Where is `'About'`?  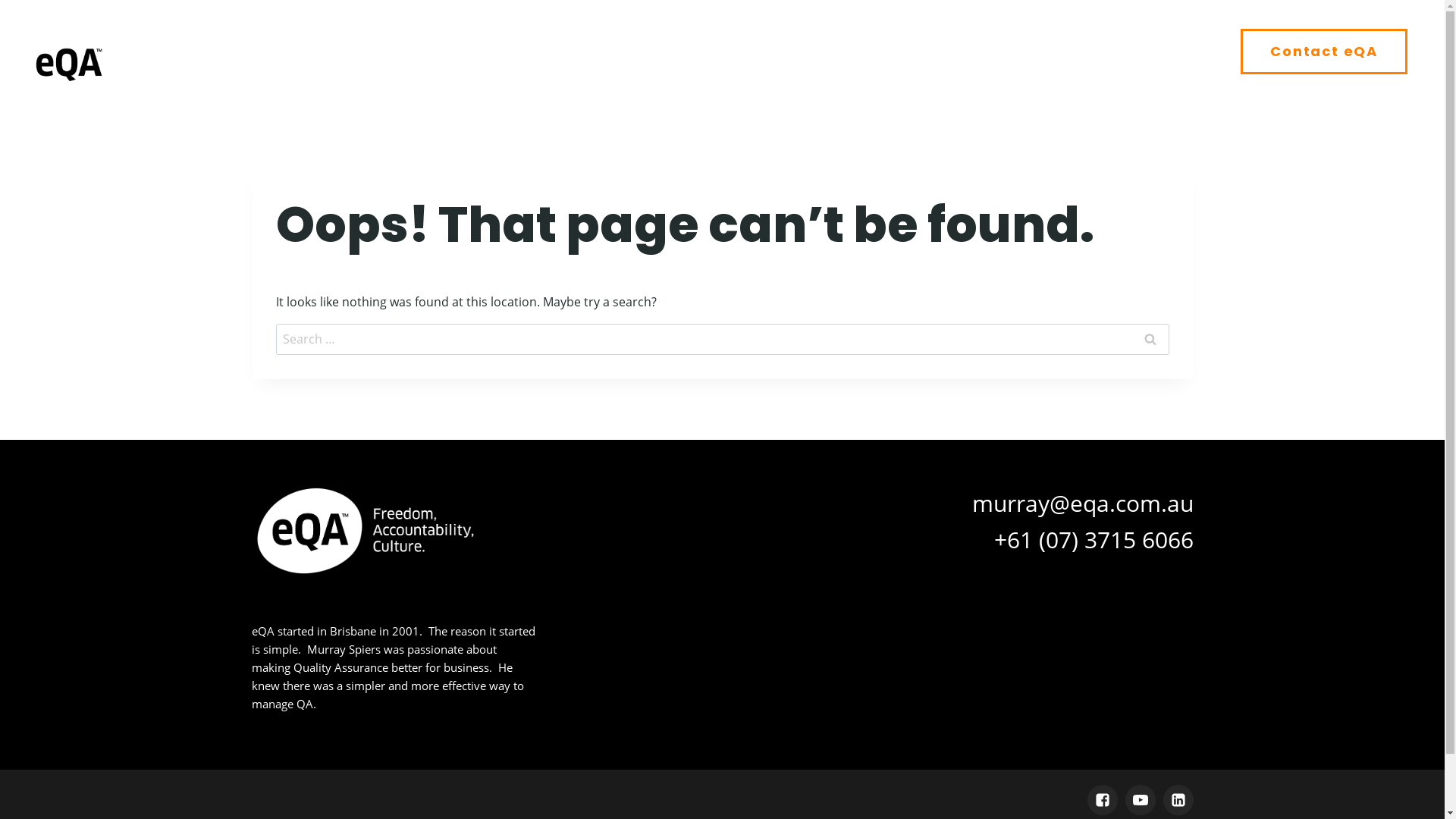
'About' is located at coordinates (735, 51).